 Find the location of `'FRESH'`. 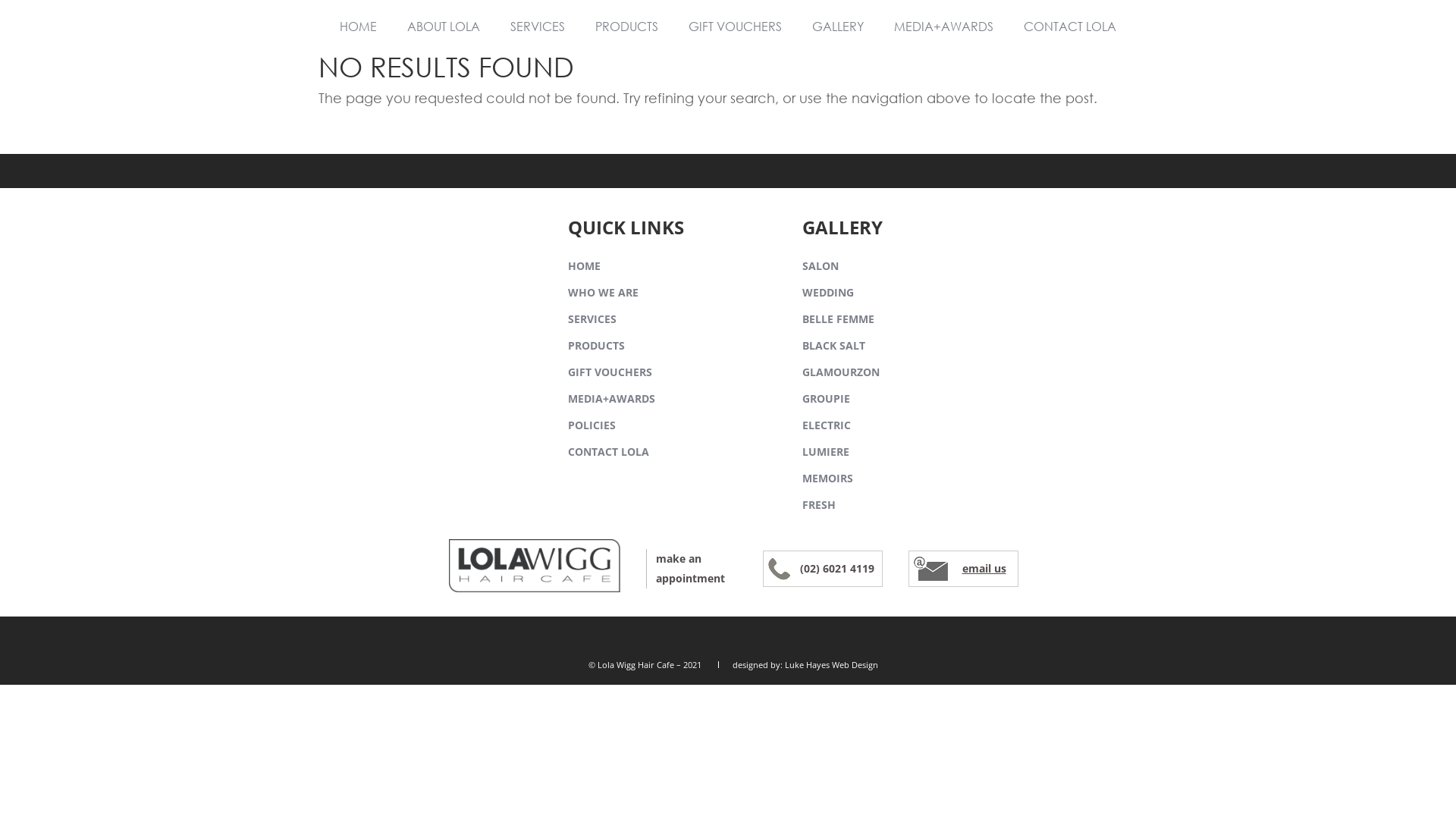

'FRESH' is located at coordinates (818, 506).